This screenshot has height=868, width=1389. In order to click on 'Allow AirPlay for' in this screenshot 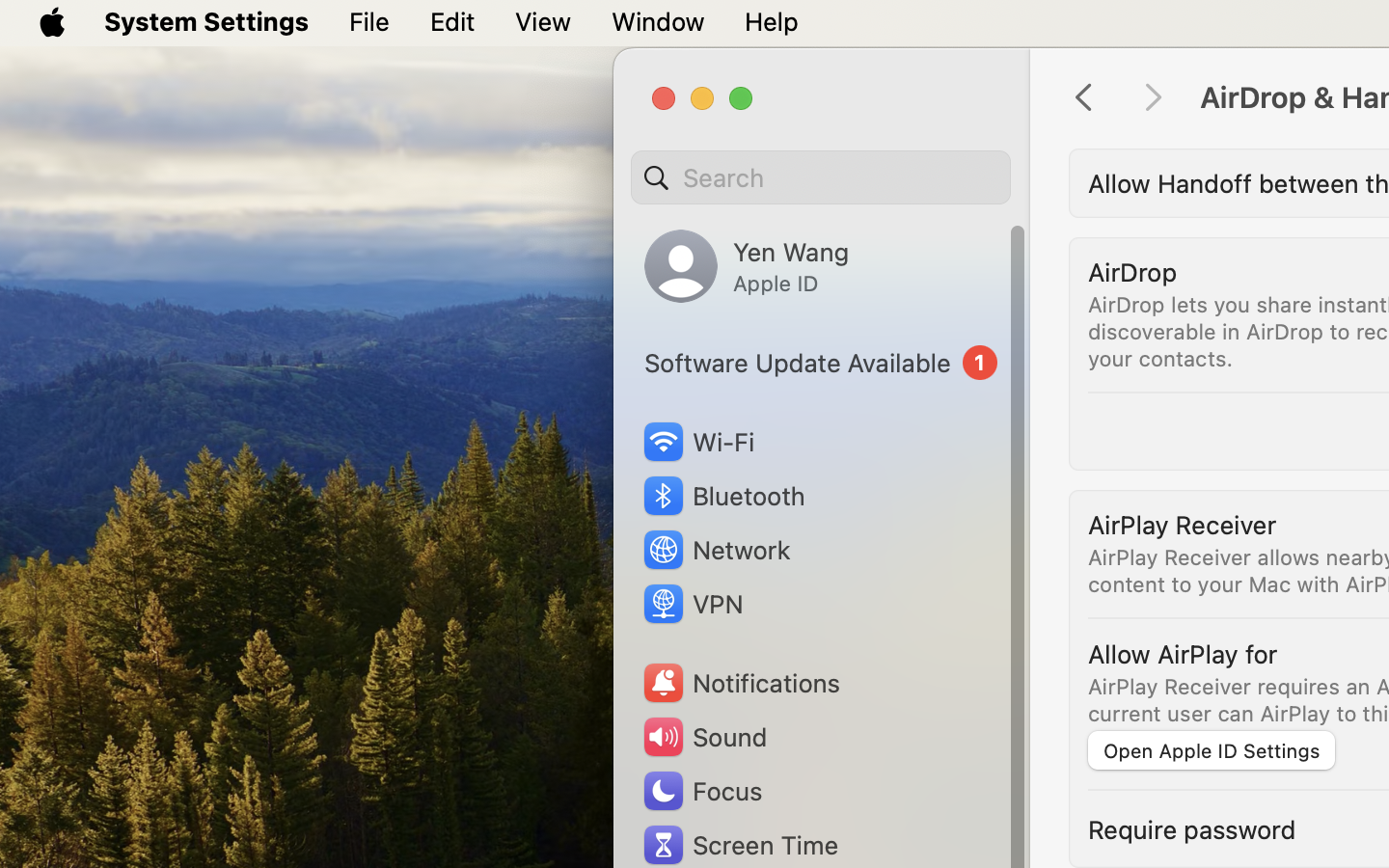, I will do `click(1182, 652)`.